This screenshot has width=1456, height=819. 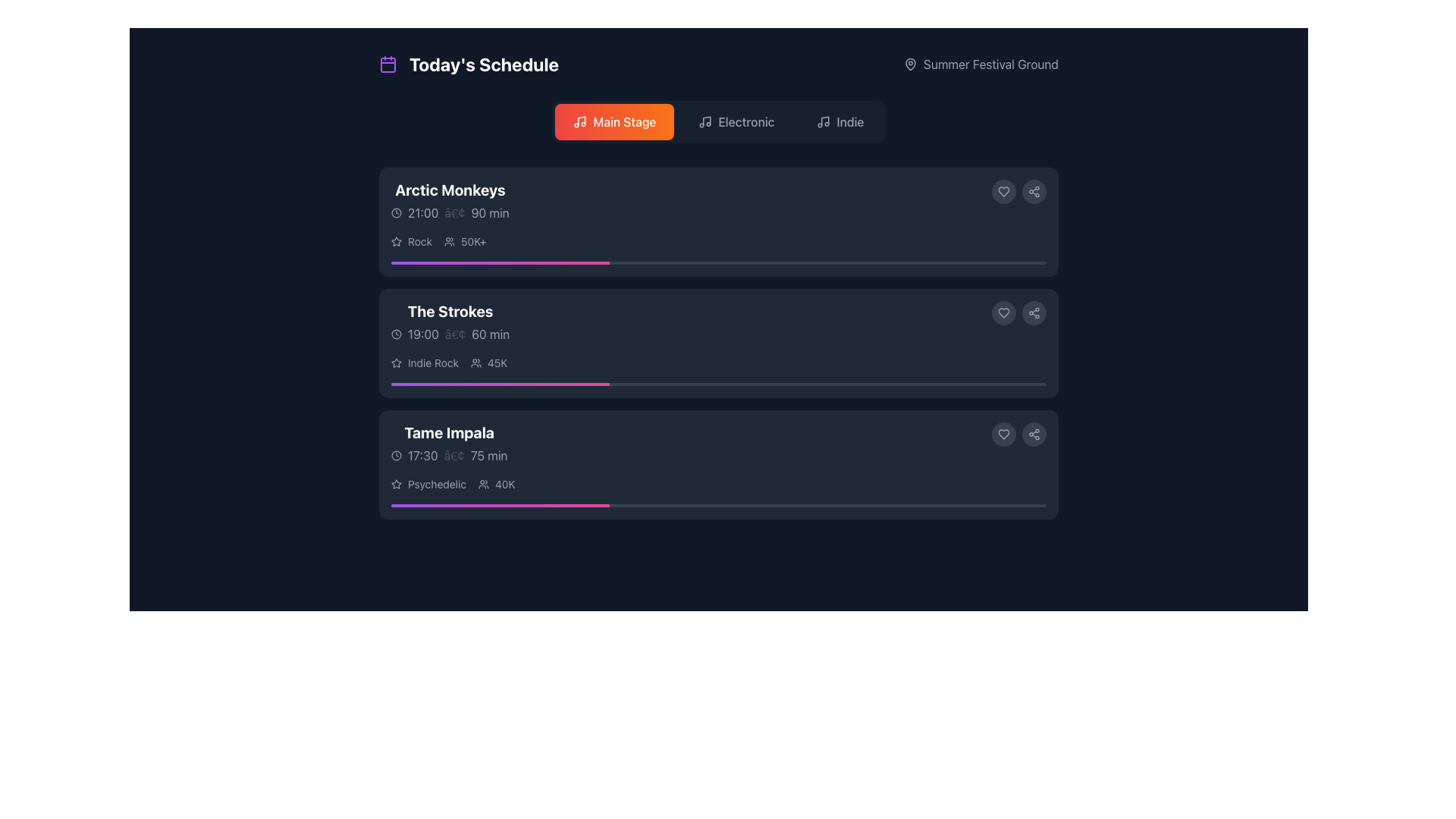 I want to click on the 'Main Stage' label within the button in the navigation bar, so click(x=624, y=121).